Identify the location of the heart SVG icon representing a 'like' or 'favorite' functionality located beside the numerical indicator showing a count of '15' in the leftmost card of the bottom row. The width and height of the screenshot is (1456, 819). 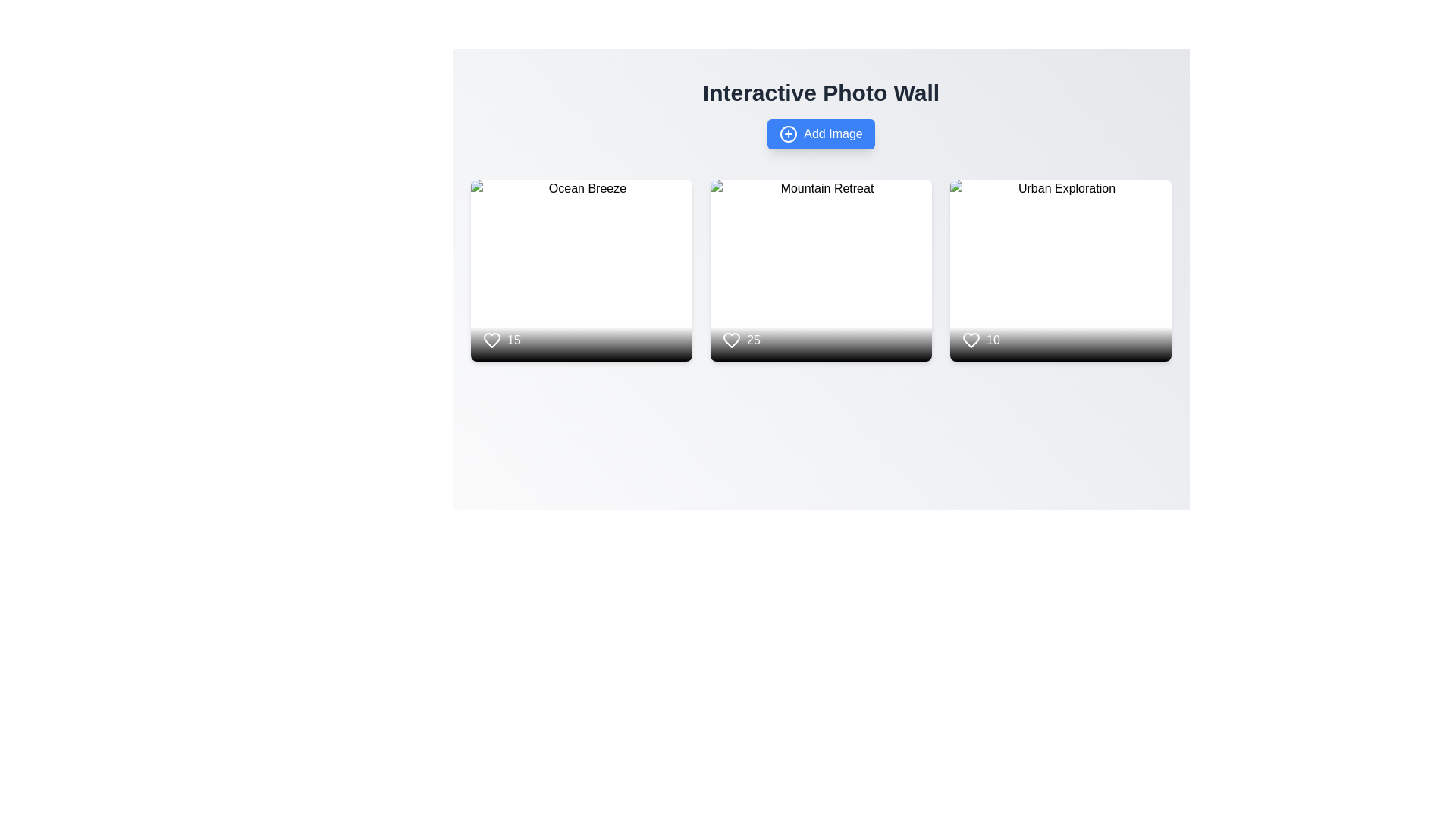
(491, 339).